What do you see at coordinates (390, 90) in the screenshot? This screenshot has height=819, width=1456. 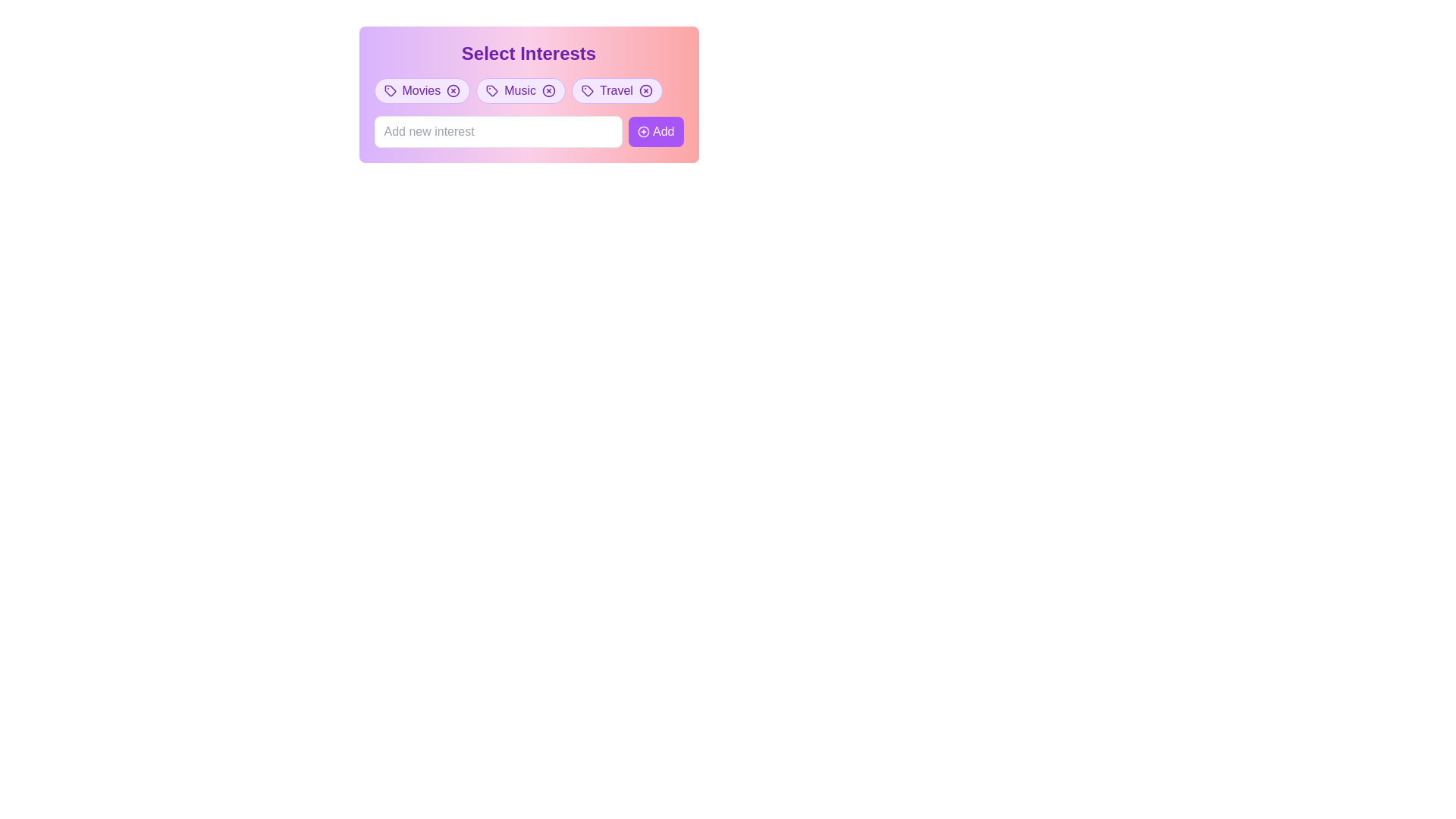 I see `the graphical icon resembling a tag that is located to the left of the text label 'Movies'` at bounding box center [390, 90].